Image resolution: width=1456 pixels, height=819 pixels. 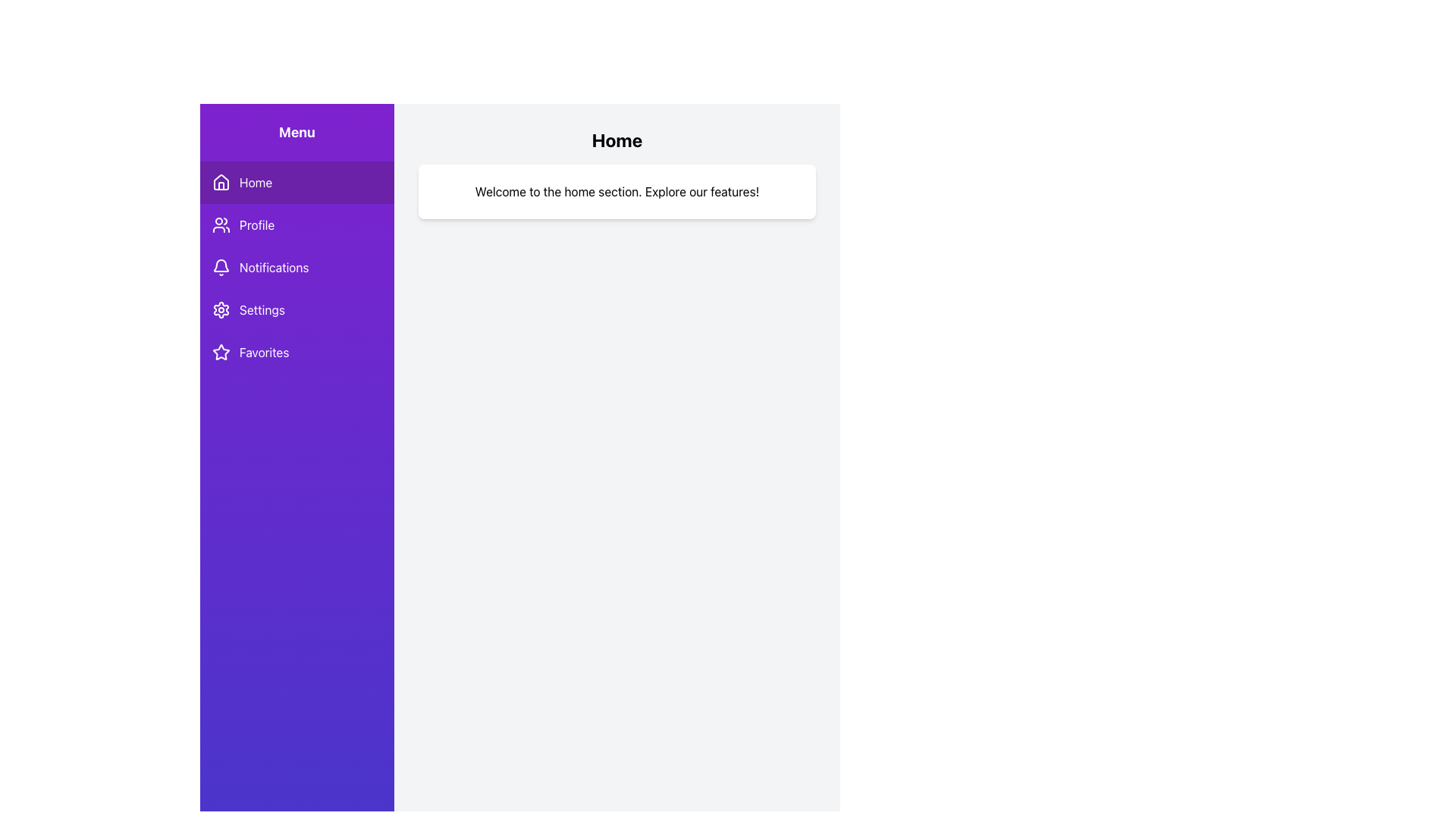 What do you see at coordinates (221, 180) in the screenshot?
I see `the house icon located next to the 'Home' text label in the vertical navigation menu` at bounding box center [221, 180].